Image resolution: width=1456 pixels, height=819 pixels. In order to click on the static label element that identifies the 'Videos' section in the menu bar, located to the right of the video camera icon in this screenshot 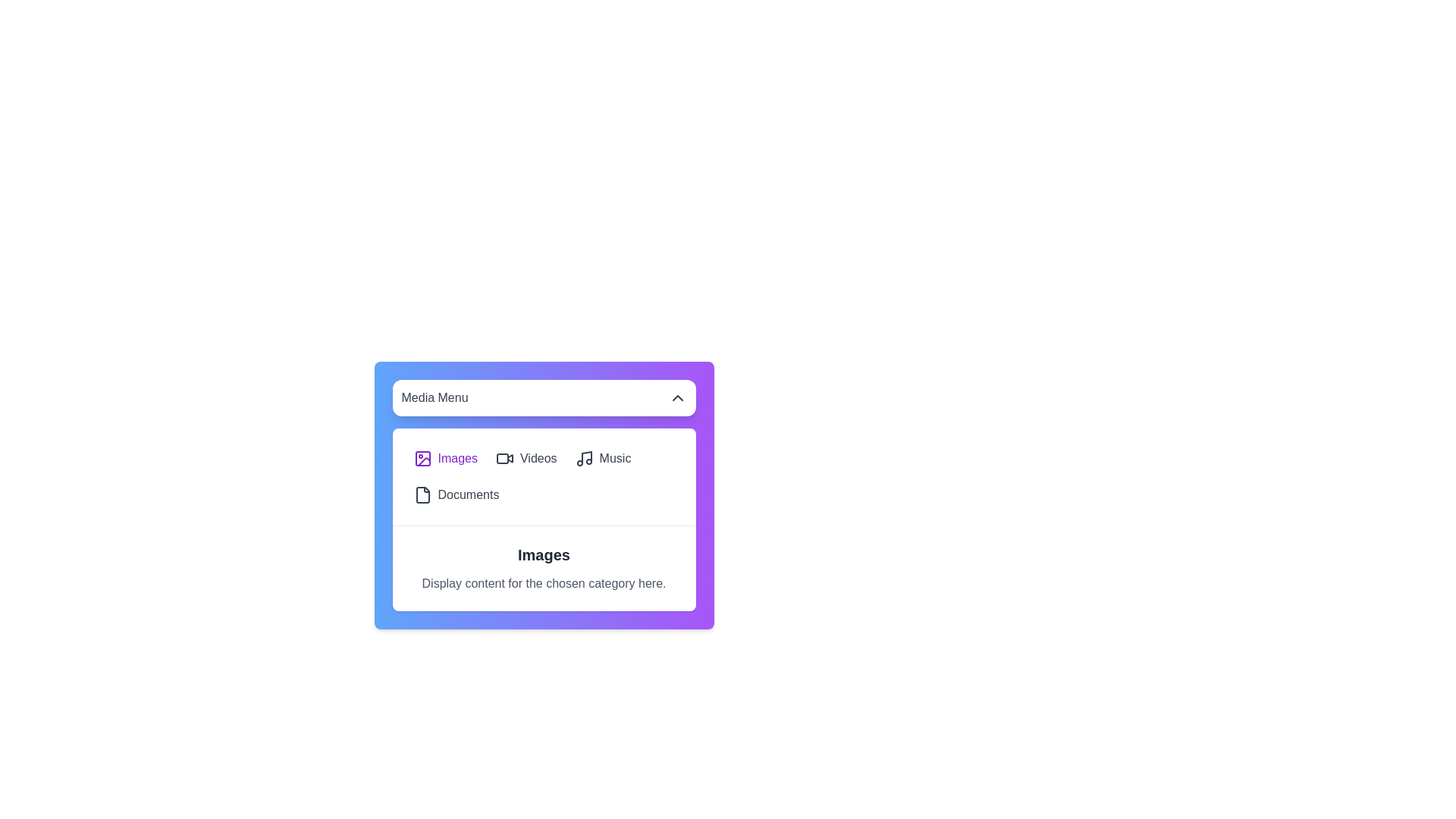, I will do `click(538, 458)`.